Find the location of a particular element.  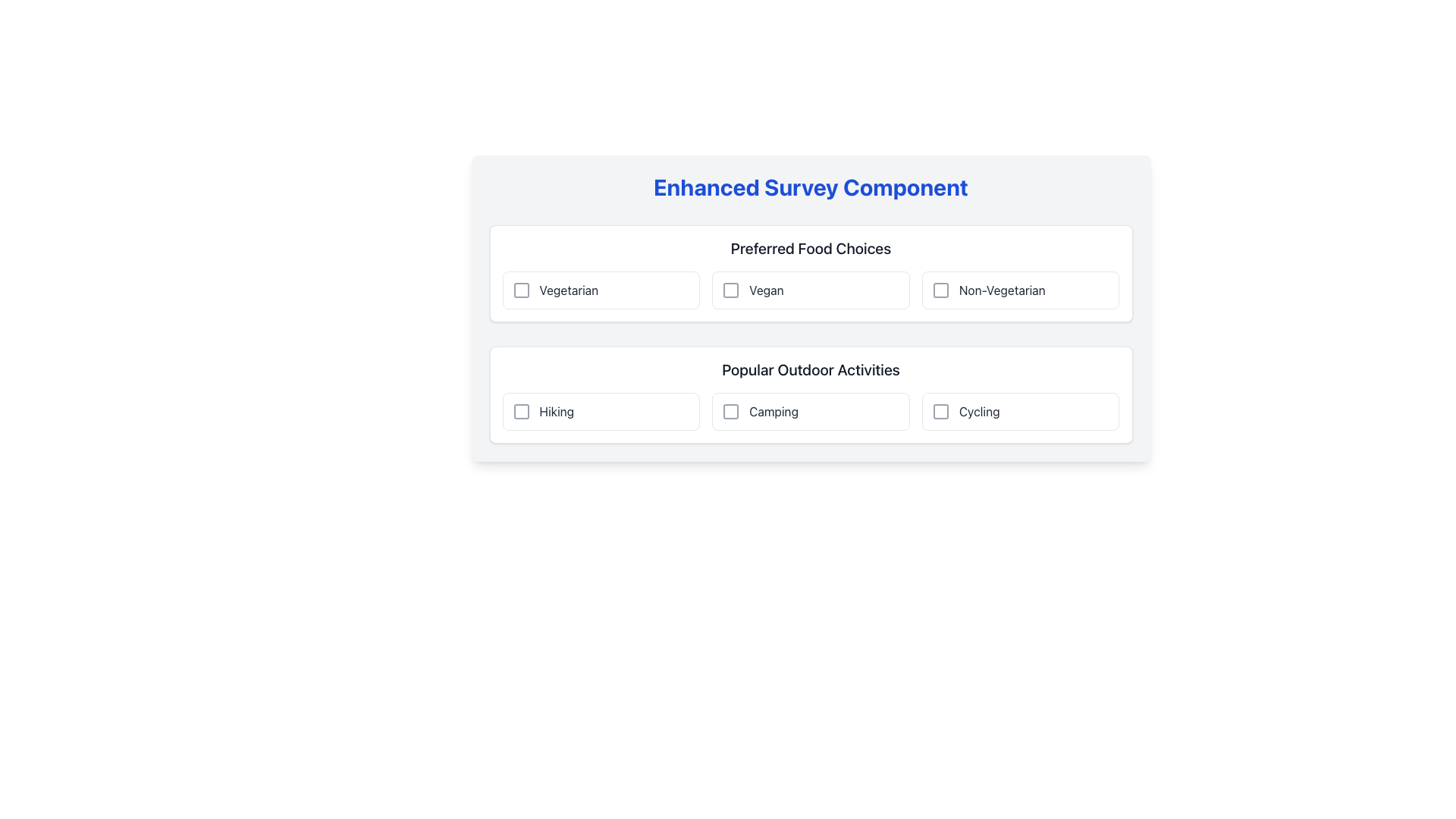

the gray square outline of the unchecked checkbox located to the left of the text 'Hiking' in the 'Popular Outdoor Activities' section of the form is located at coordinates (521, 412).